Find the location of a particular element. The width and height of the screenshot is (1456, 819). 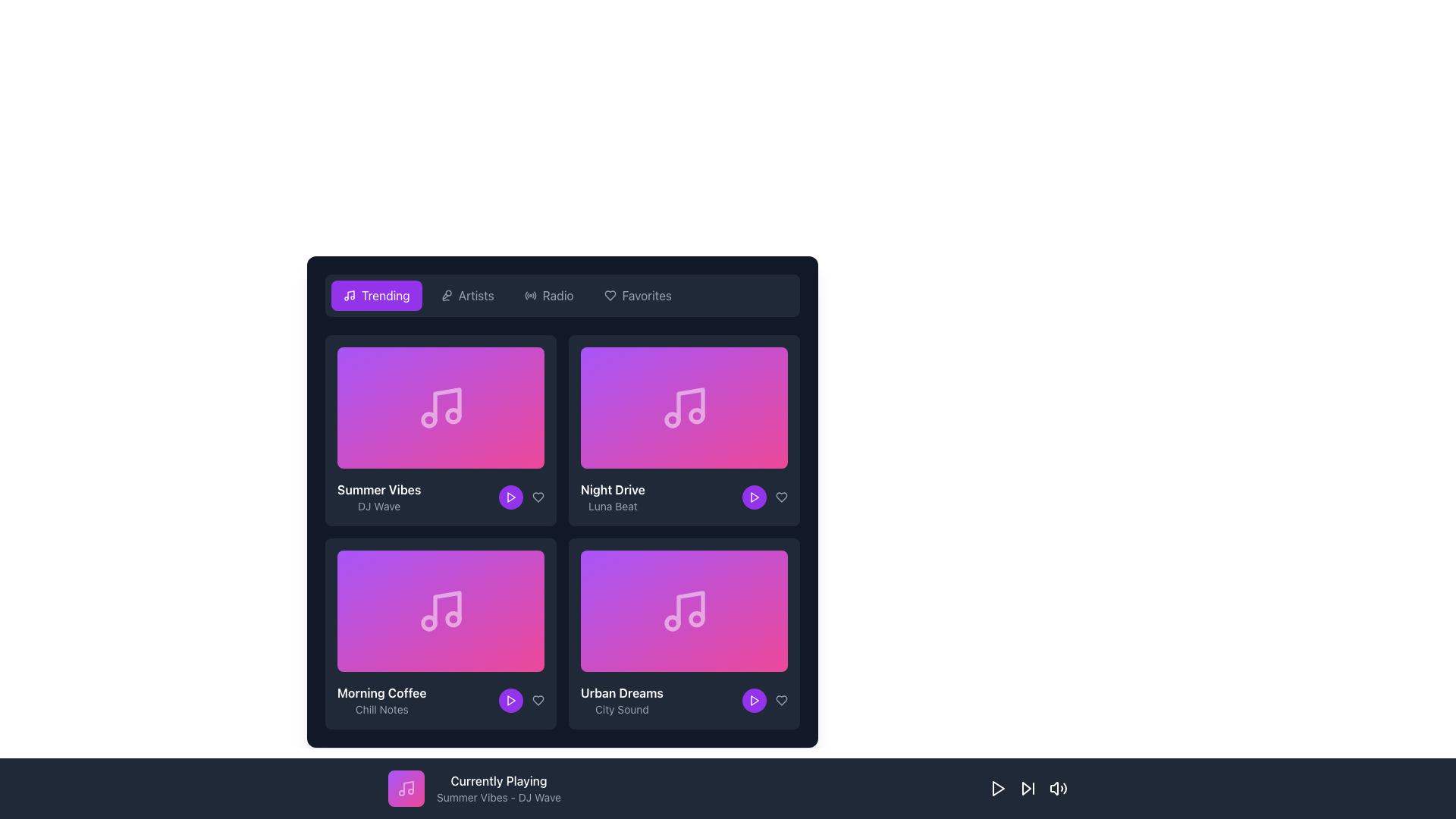

the small purple play button with a white triangular icon located in the 'Night Drive' card by 'Luna Beat' is located at coordinates (510, 497).